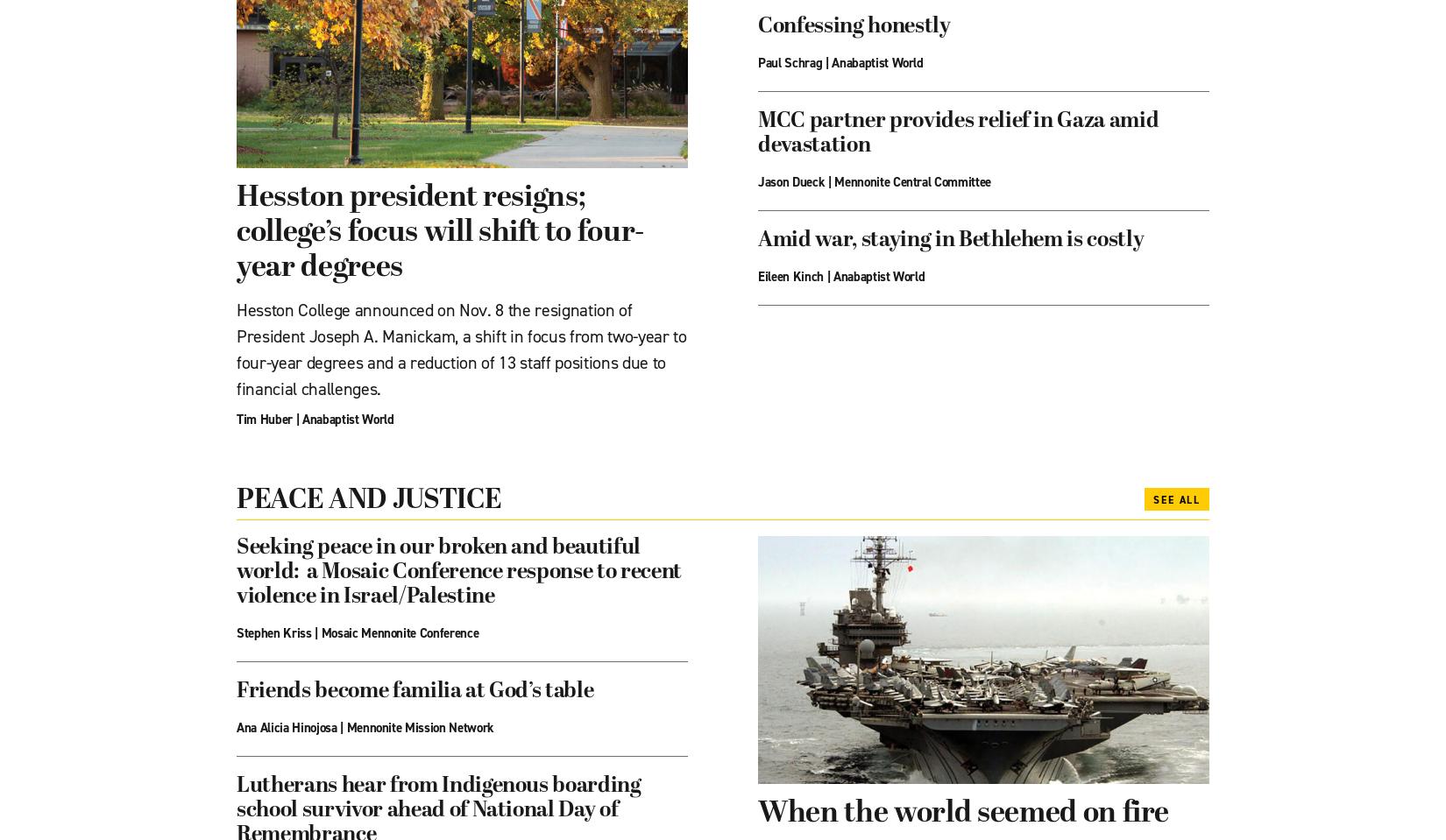 The image size is (1446, 840). I want to click on 'When the world seemed on fire', so click(963, 814).